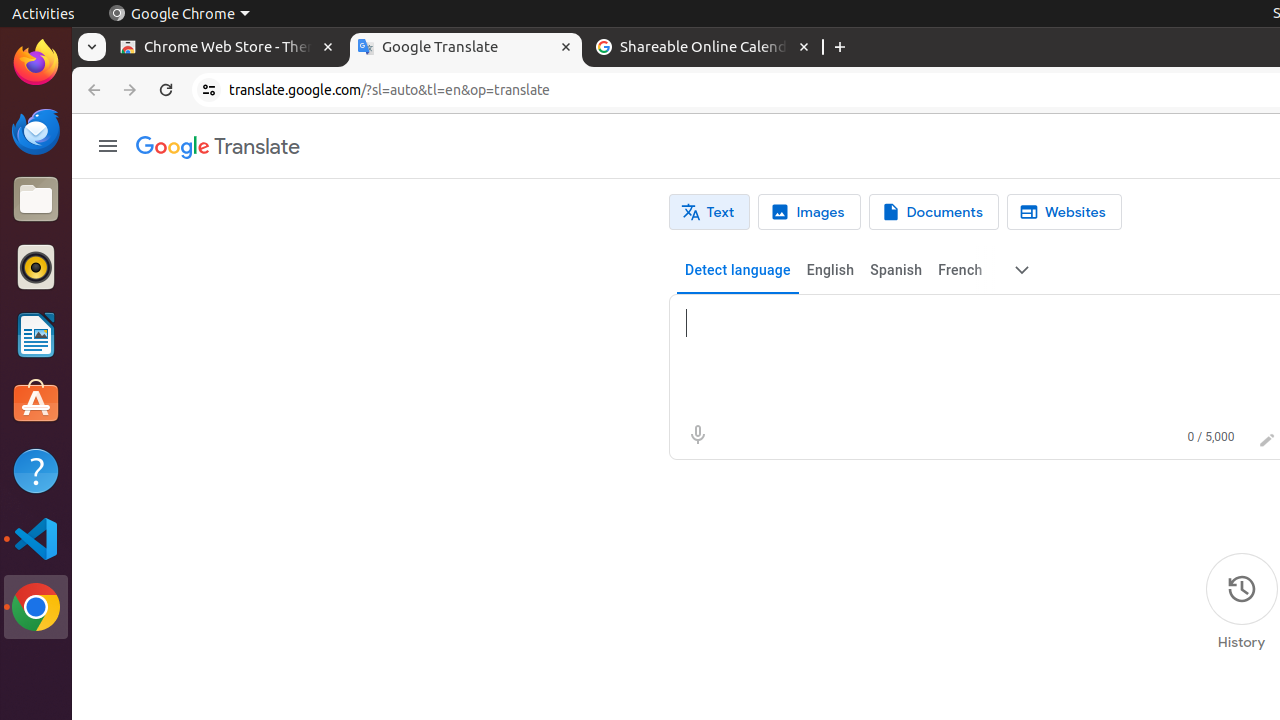 The height and width of the screenshot is (720, 1280). What do you see at coordinates (697, 434) in the screenshot?
I see `'Translate by voice'` at bounding box center [697, 434].